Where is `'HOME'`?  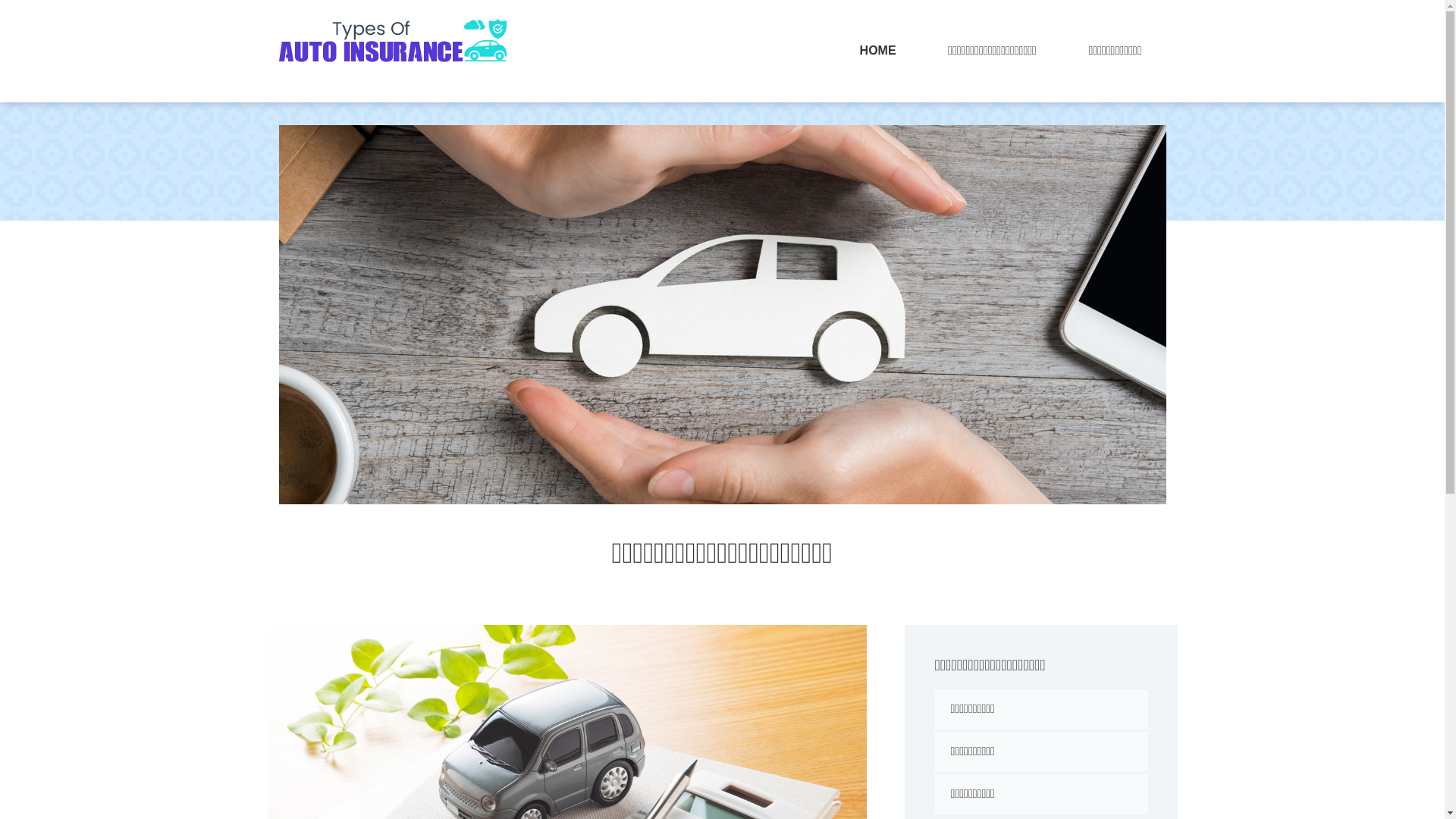 'HOME' is located at coordinates (877, 50).